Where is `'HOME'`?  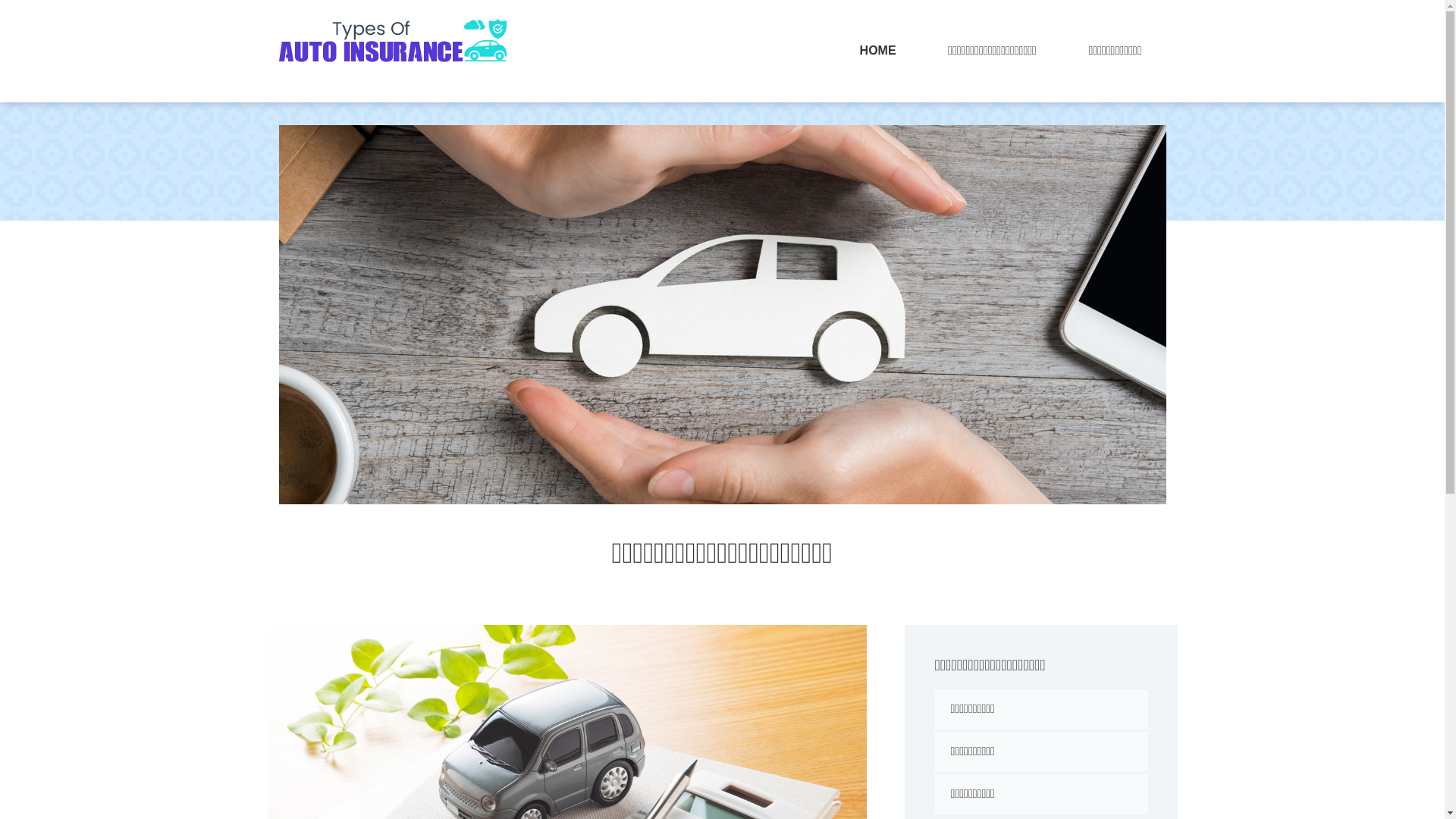 'HOME' is located at coordinates (877, 50).